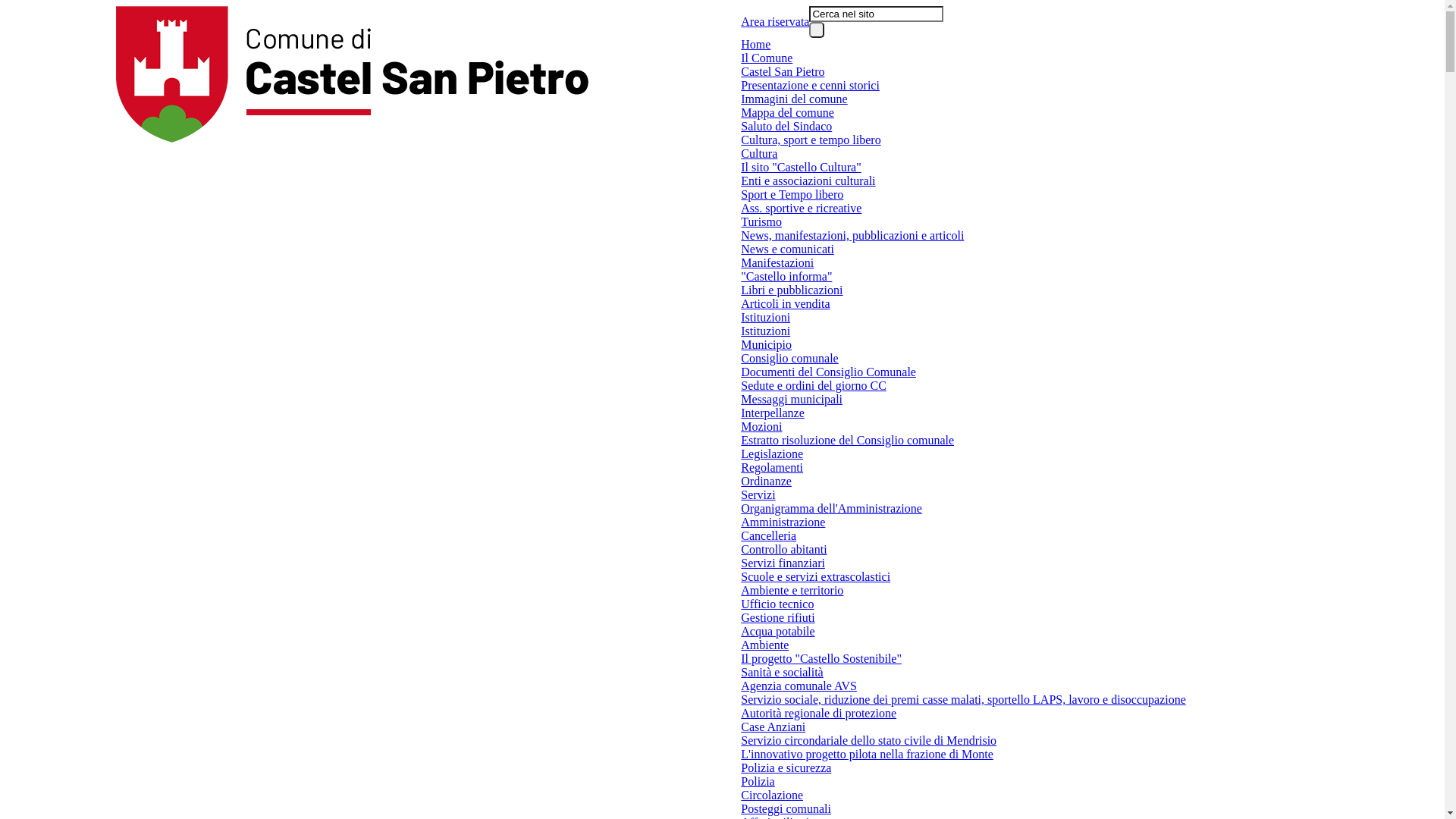  What do you see at coordinates (757, 781) in the screenshot?
I see `'Polizia'` at bounding box center [757, 781].